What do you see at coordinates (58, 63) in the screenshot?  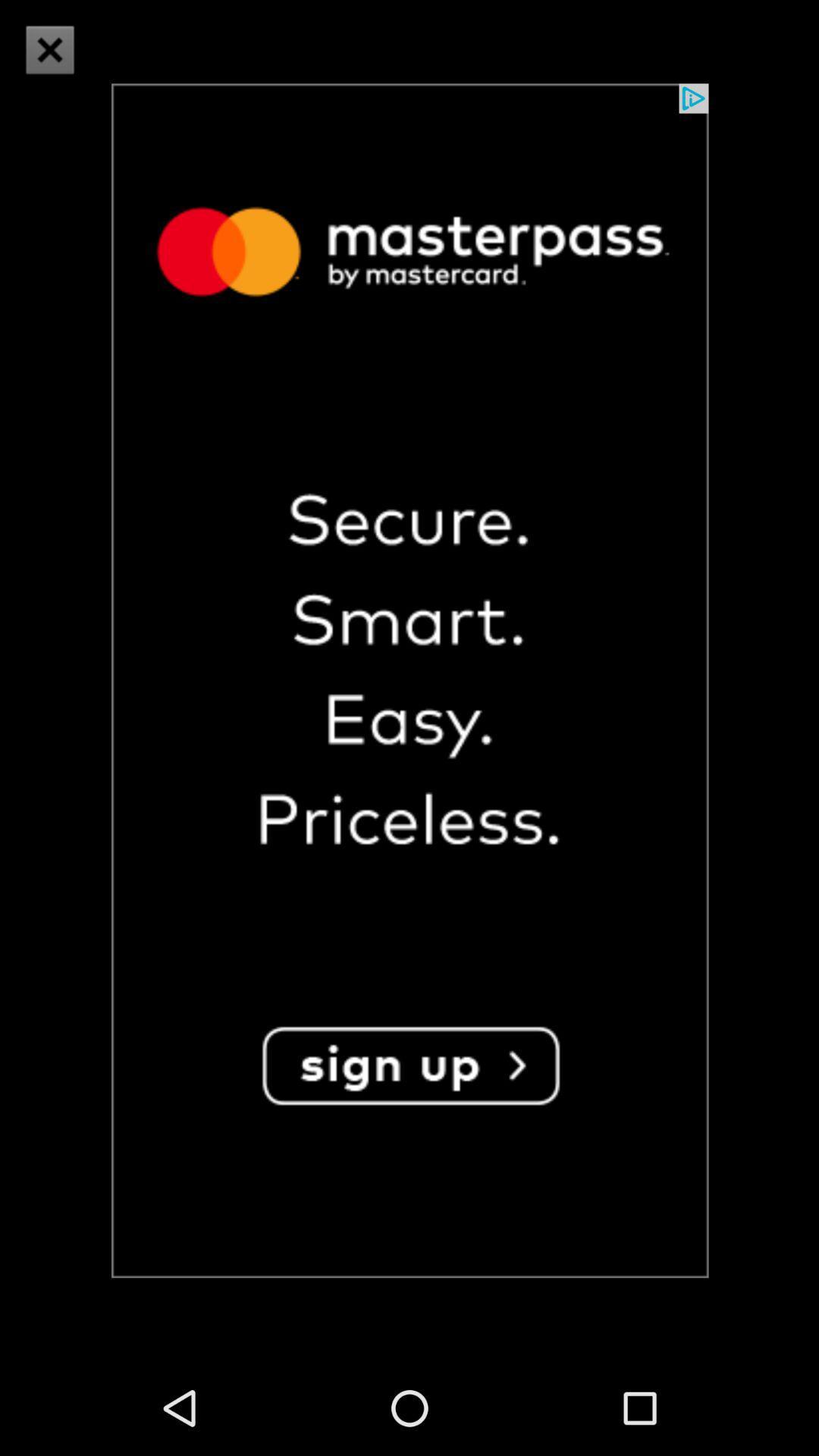 I see `the close icon` at bounding box center [58, 63].